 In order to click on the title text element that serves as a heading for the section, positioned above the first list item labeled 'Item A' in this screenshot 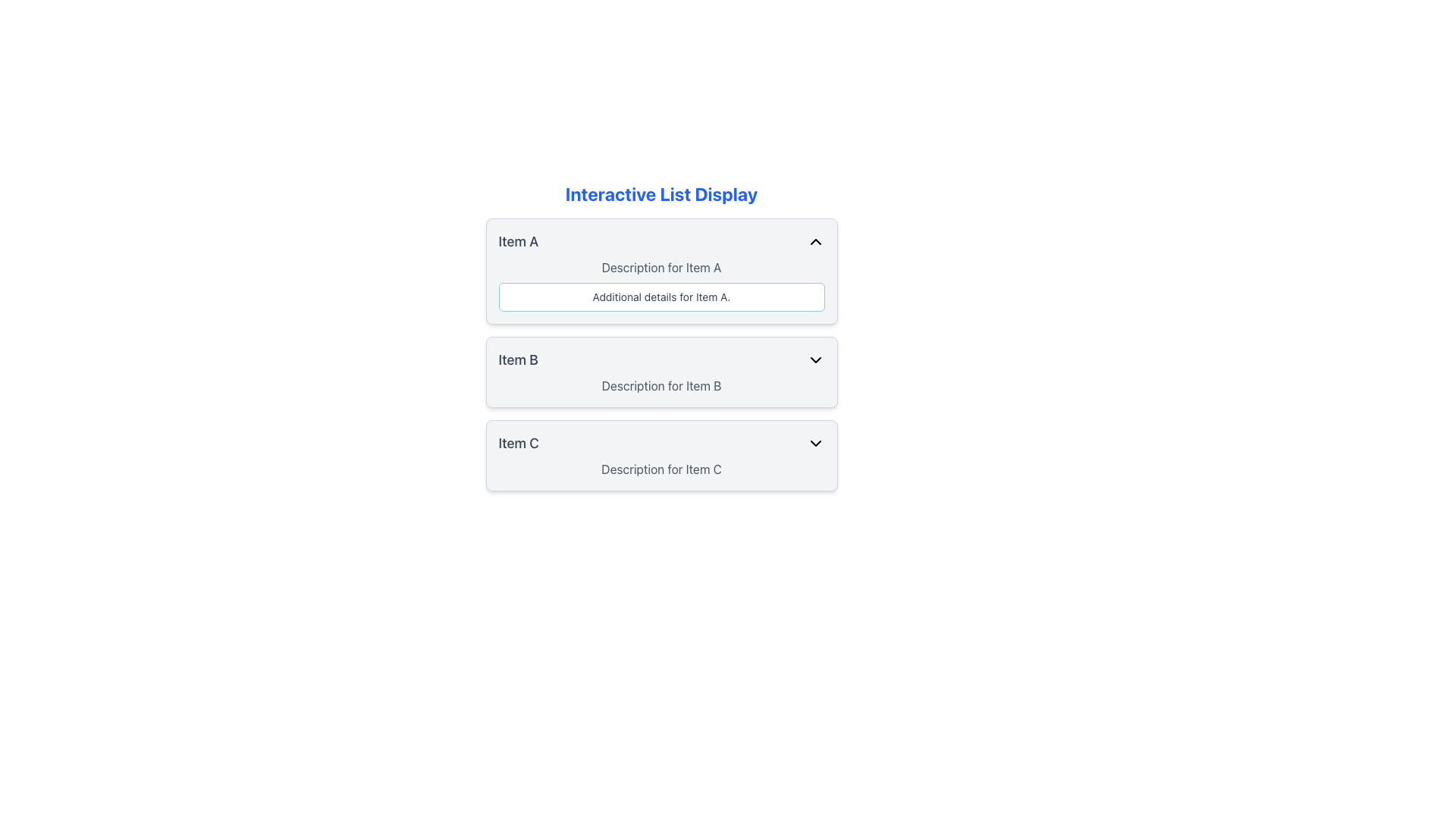, I will do `click(661, 193)`.